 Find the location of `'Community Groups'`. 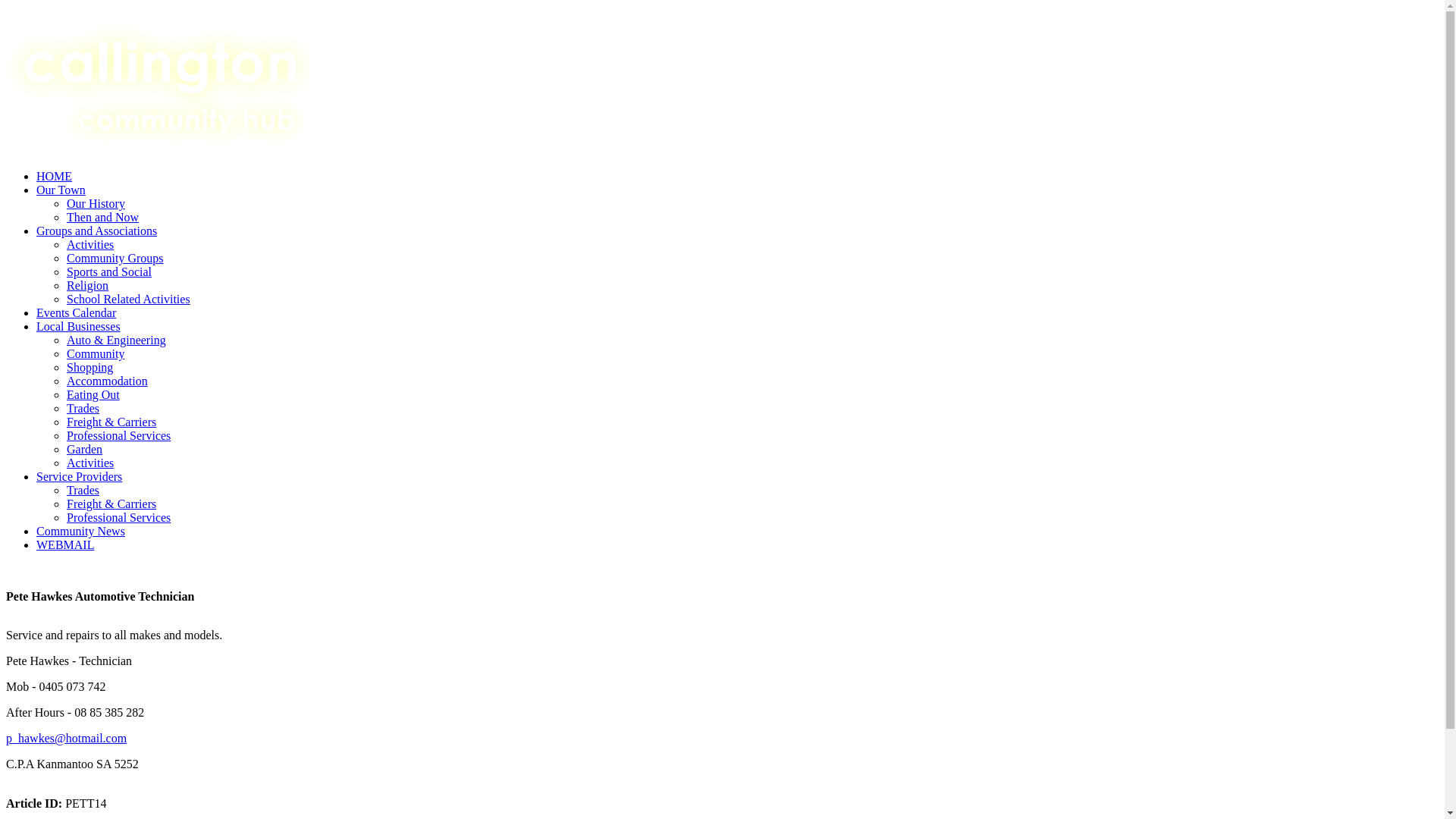

'Community Groups' is located at coordinates (65, 257).